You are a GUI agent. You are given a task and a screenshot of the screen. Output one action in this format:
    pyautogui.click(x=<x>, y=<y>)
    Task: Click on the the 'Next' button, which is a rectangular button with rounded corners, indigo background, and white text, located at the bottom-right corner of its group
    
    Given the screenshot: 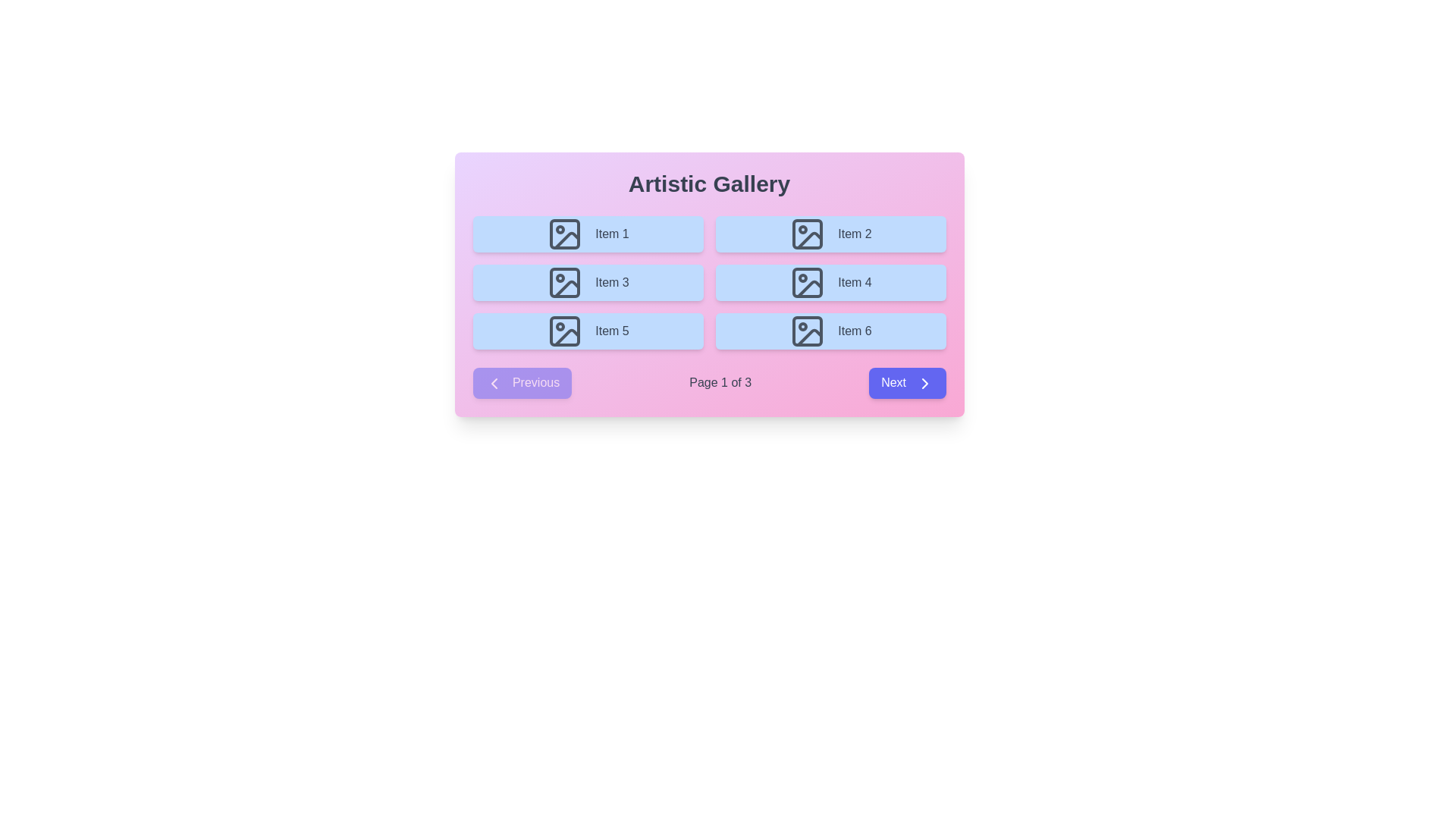 What is the action you would take?
    pyautogui.click(x=907, y=382)
    